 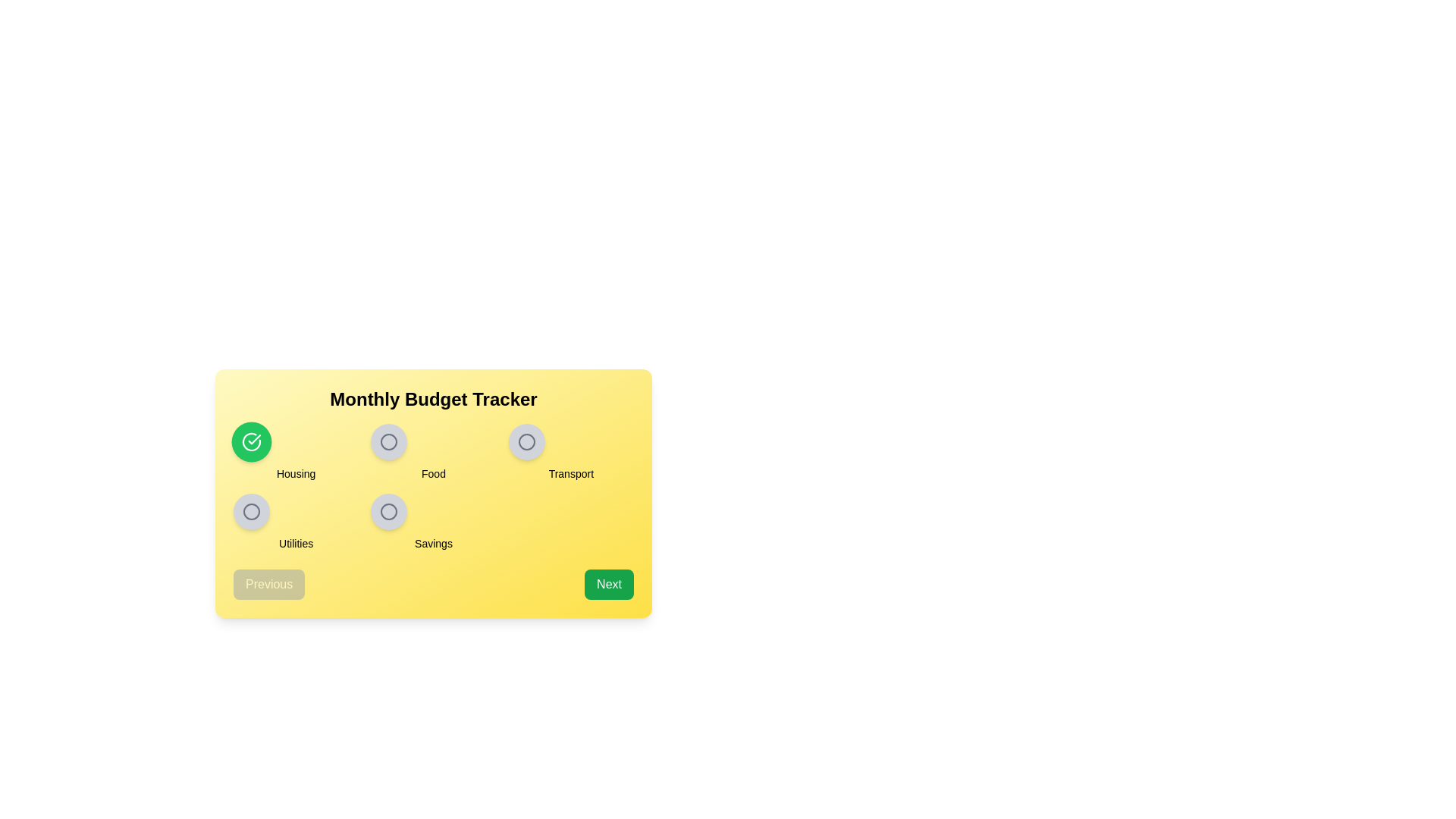 What do you see at coordinates (251, 512) in the screenshot?
I see `the circular SVG icon styled with the class 'lucide-circle' located beneath the checkmark icon and adjacent to the label 'Utilities' in the Monthly Budget Tracker interface` at bounding box center [251, 512].